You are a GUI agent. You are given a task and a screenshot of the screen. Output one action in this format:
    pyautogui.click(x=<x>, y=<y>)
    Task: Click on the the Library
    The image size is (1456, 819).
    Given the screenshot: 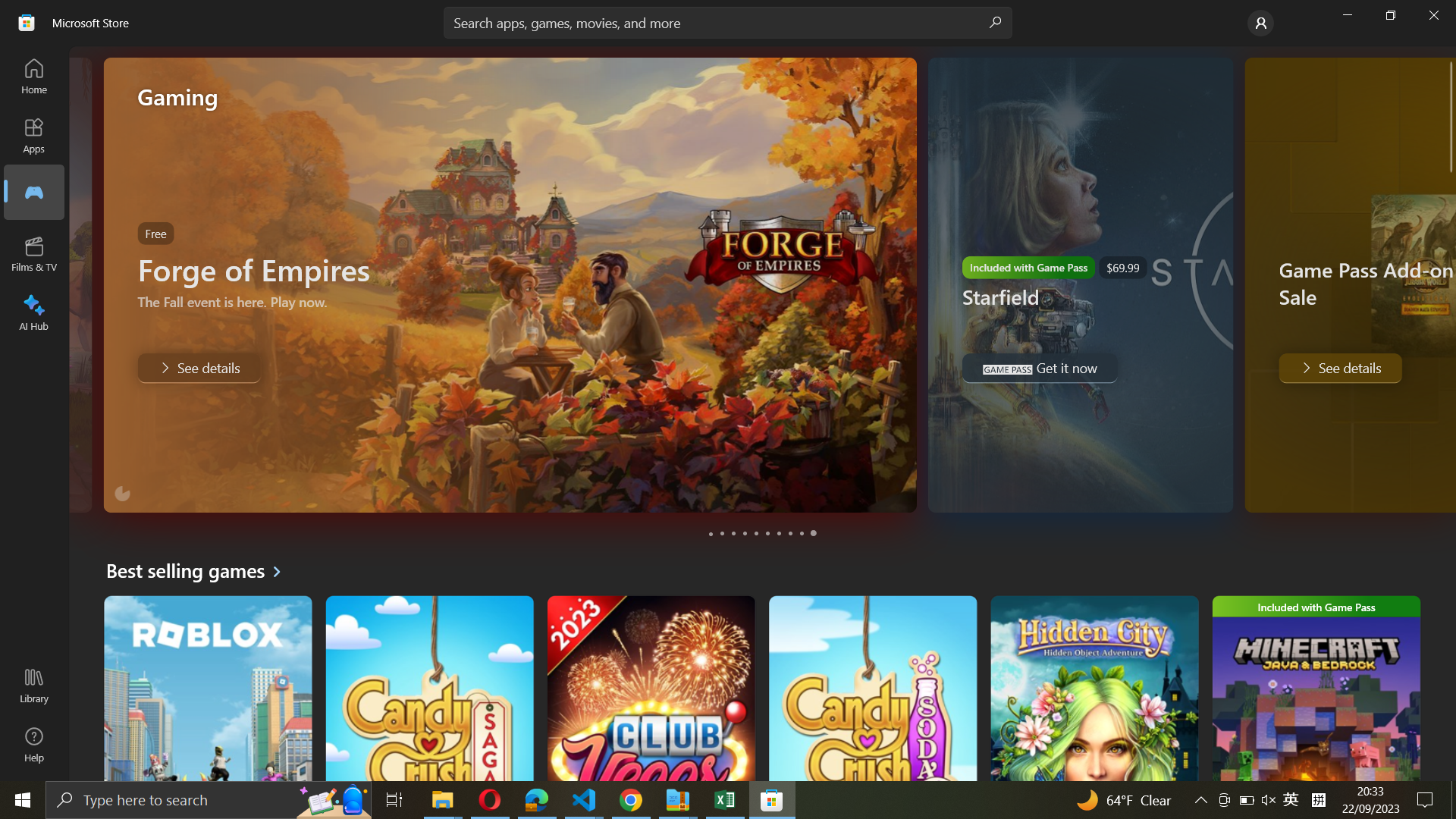 What is the action you would take?
    pyautogui.click(x=36, y=687)
    